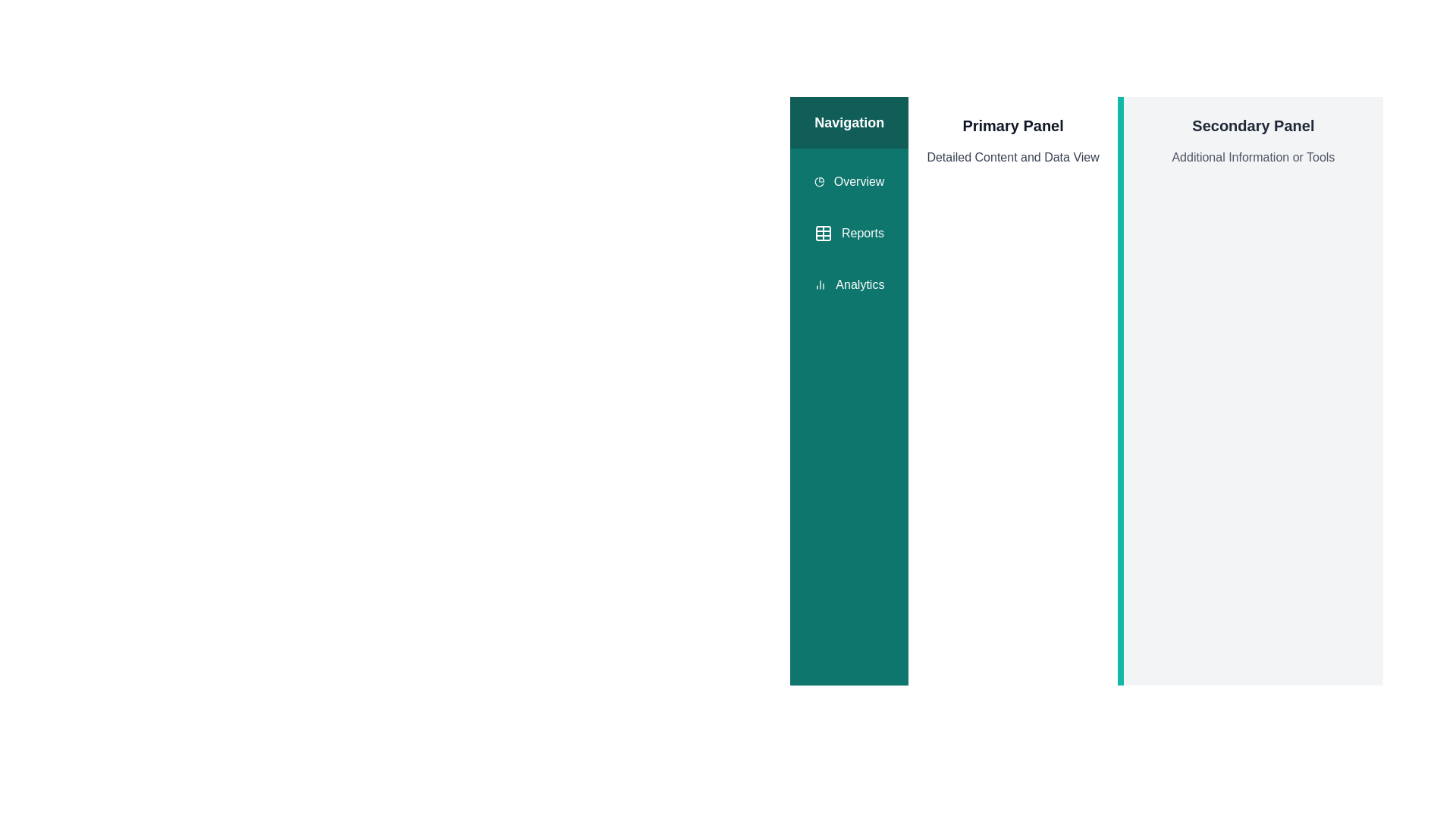  Describe the element at coordinates (849, 122) in the screenshot. I see `the 'Navigation' label, which is a rectangular component with a teal background and bold white text, located at the top of the sidebar on the left side of the interface` at that location.